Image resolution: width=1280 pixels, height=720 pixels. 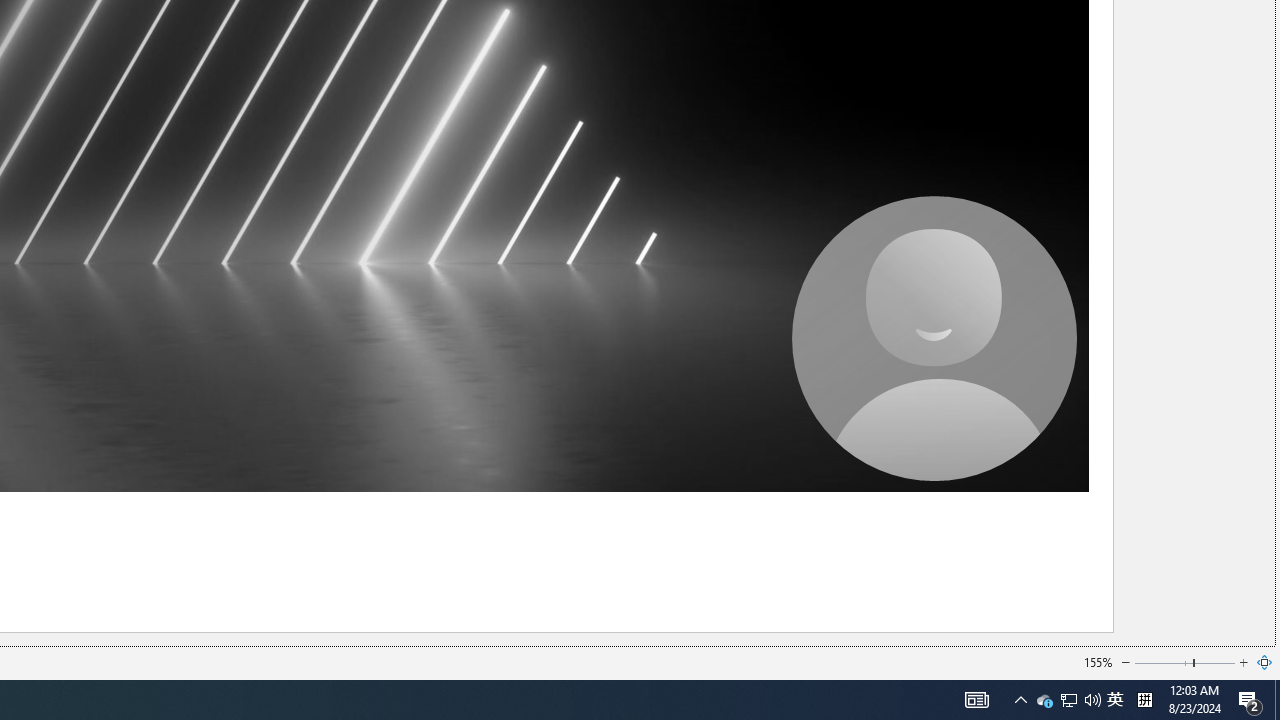 What do you see at coordinates (1163, 663) in the screenshot?
I see `'Page left'` at bounding box center [1163, 663].